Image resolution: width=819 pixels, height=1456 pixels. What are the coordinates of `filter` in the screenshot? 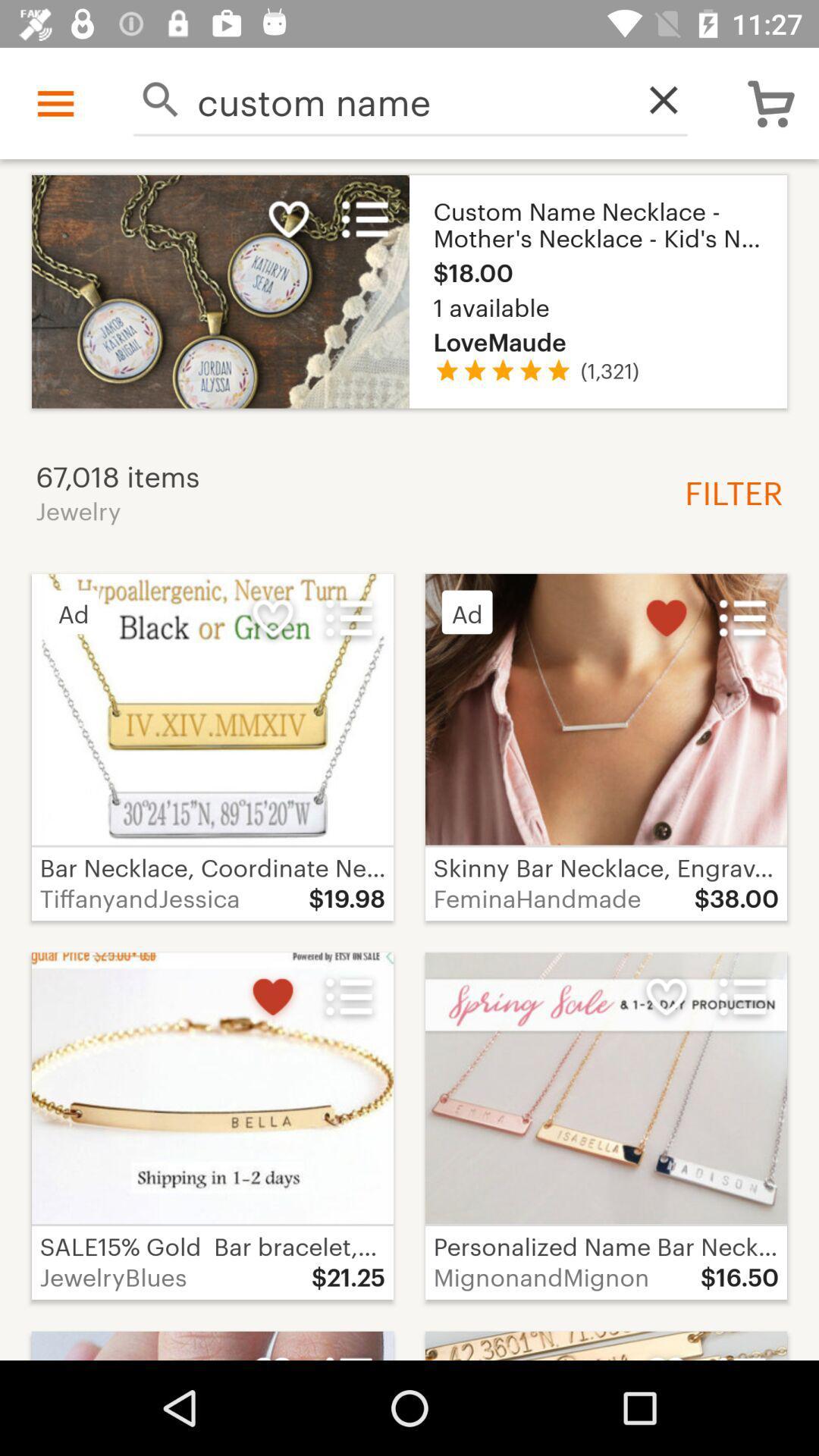 It's located at (727, 491).